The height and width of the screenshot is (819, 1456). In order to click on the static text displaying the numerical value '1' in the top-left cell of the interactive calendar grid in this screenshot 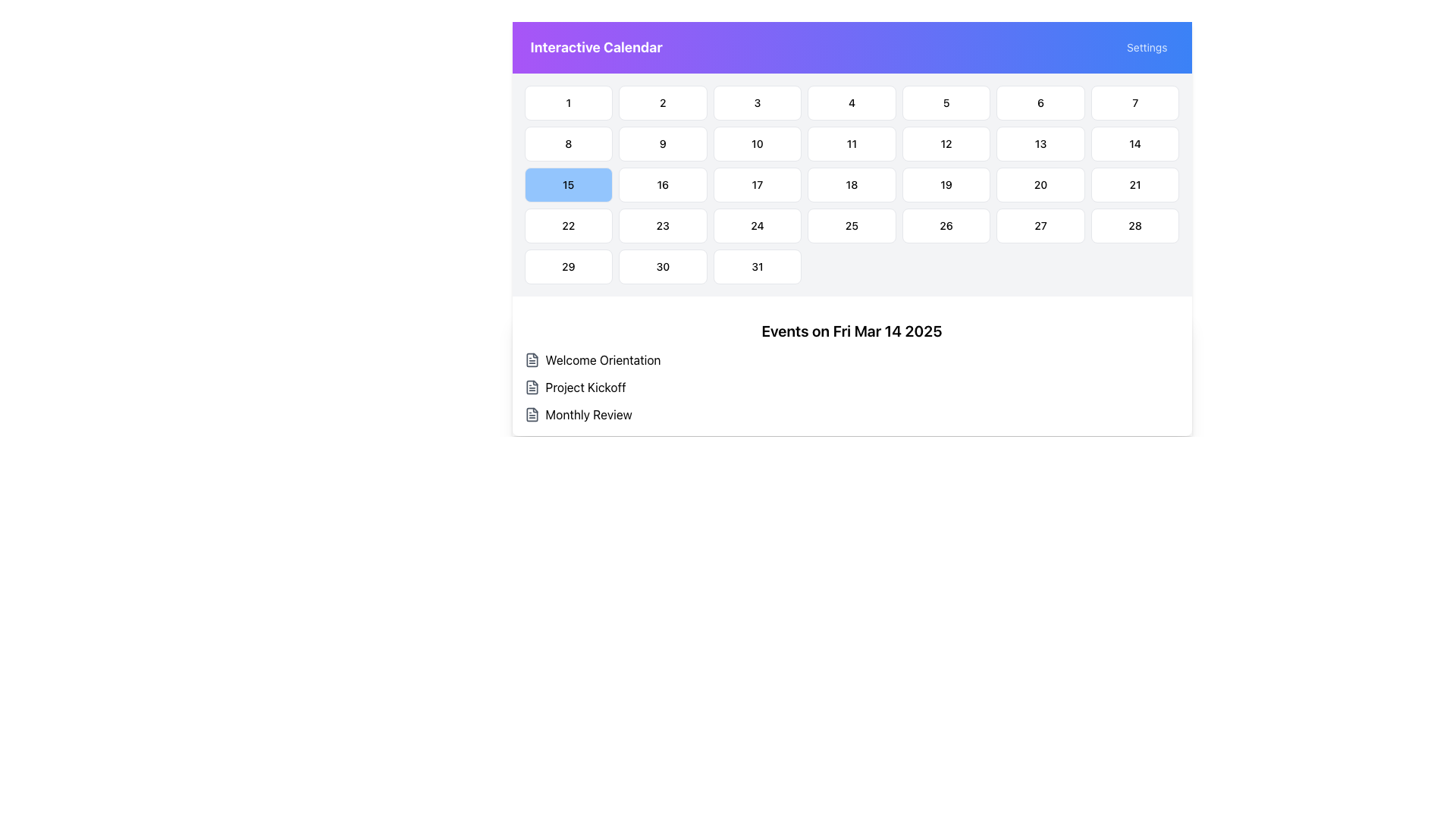, I will do `click(567, 102)`.